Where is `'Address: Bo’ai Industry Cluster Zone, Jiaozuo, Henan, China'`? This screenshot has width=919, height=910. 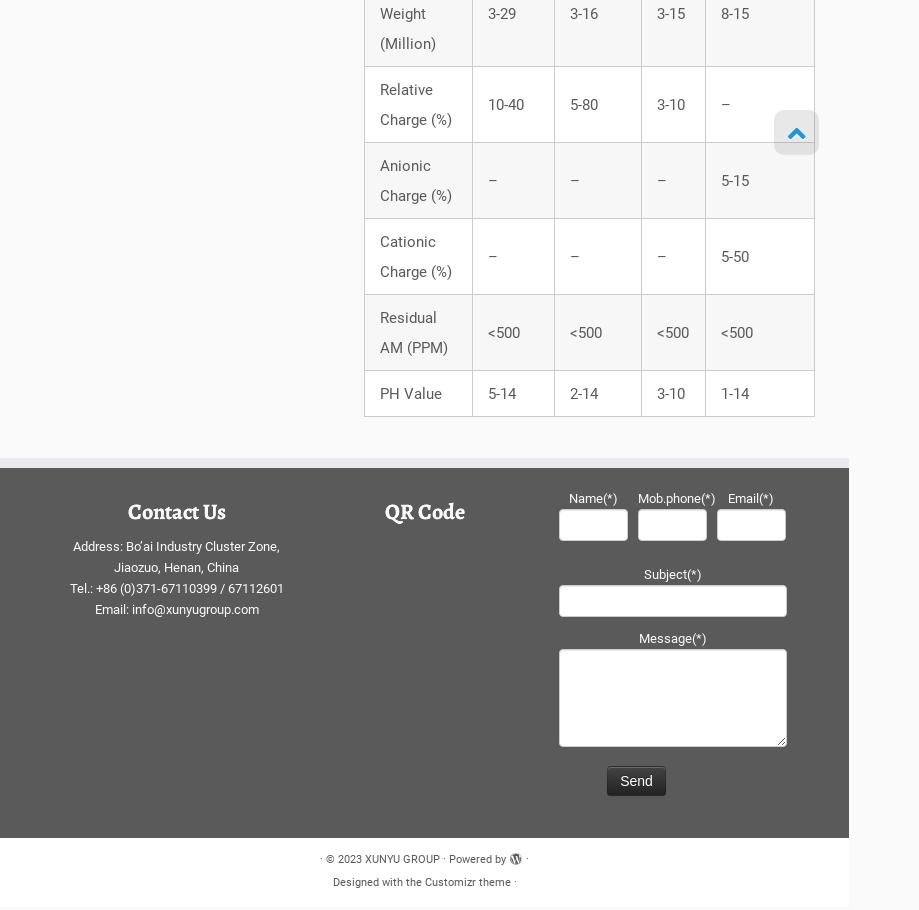 'Address: Bo’ai Industry Cluster Zone, Jiaozuo, Henan, China' is located at coordinates (72, 562).